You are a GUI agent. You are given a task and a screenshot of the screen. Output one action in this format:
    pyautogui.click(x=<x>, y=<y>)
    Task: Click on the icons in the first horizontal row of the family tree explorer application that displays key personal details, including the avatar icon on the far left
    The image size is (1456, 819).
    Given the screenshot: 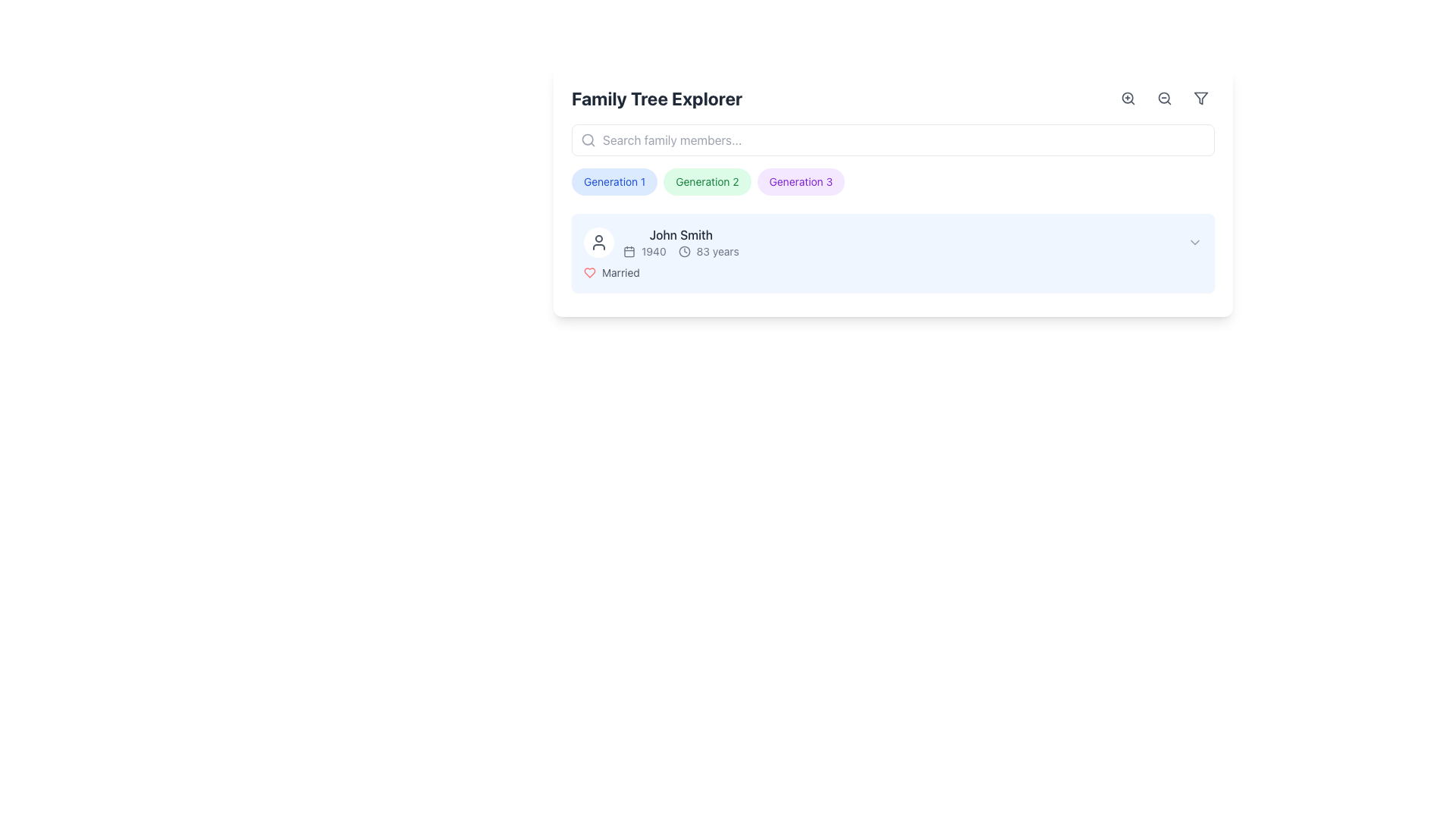 What is the action you would take?
    pyautogui.click(x=893, y=242)
    